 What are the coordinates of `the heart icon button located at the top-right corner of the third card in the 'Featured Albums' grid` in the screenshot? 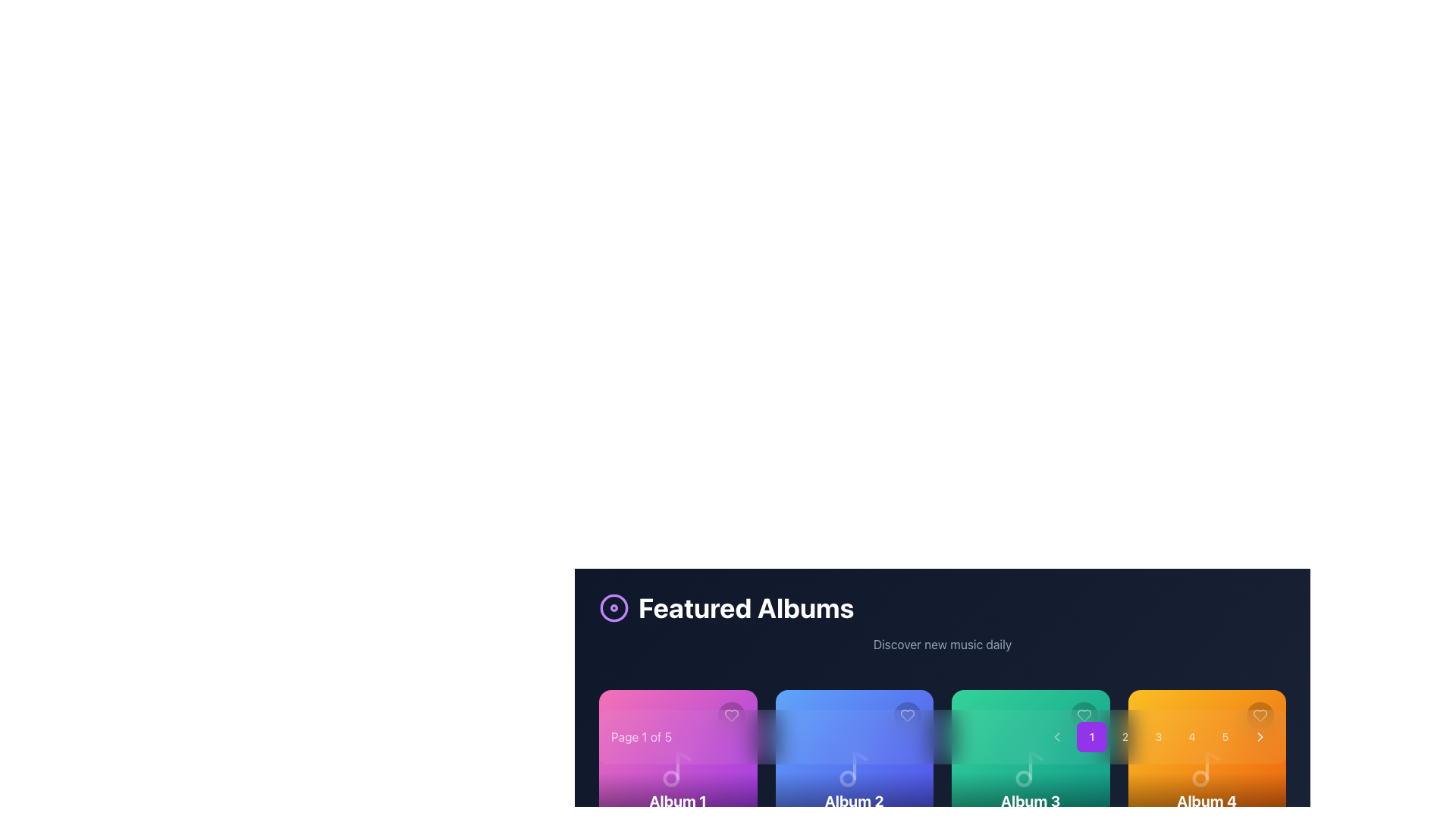 It's located at (1083, 716).